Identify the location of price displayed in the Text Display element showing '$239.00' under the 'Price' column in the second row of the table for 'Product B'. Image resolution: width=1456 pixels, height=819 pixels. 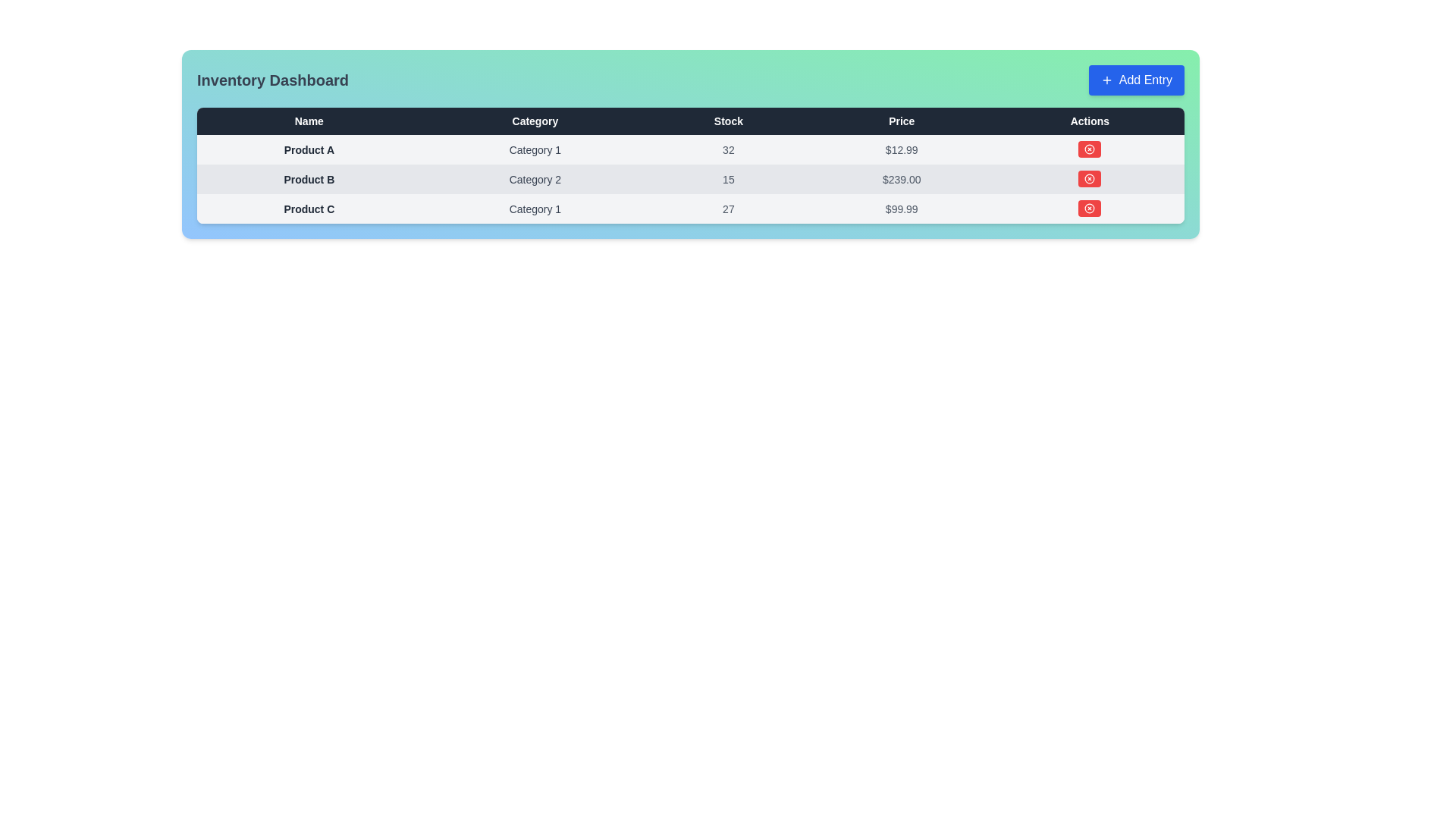
(902, 178).